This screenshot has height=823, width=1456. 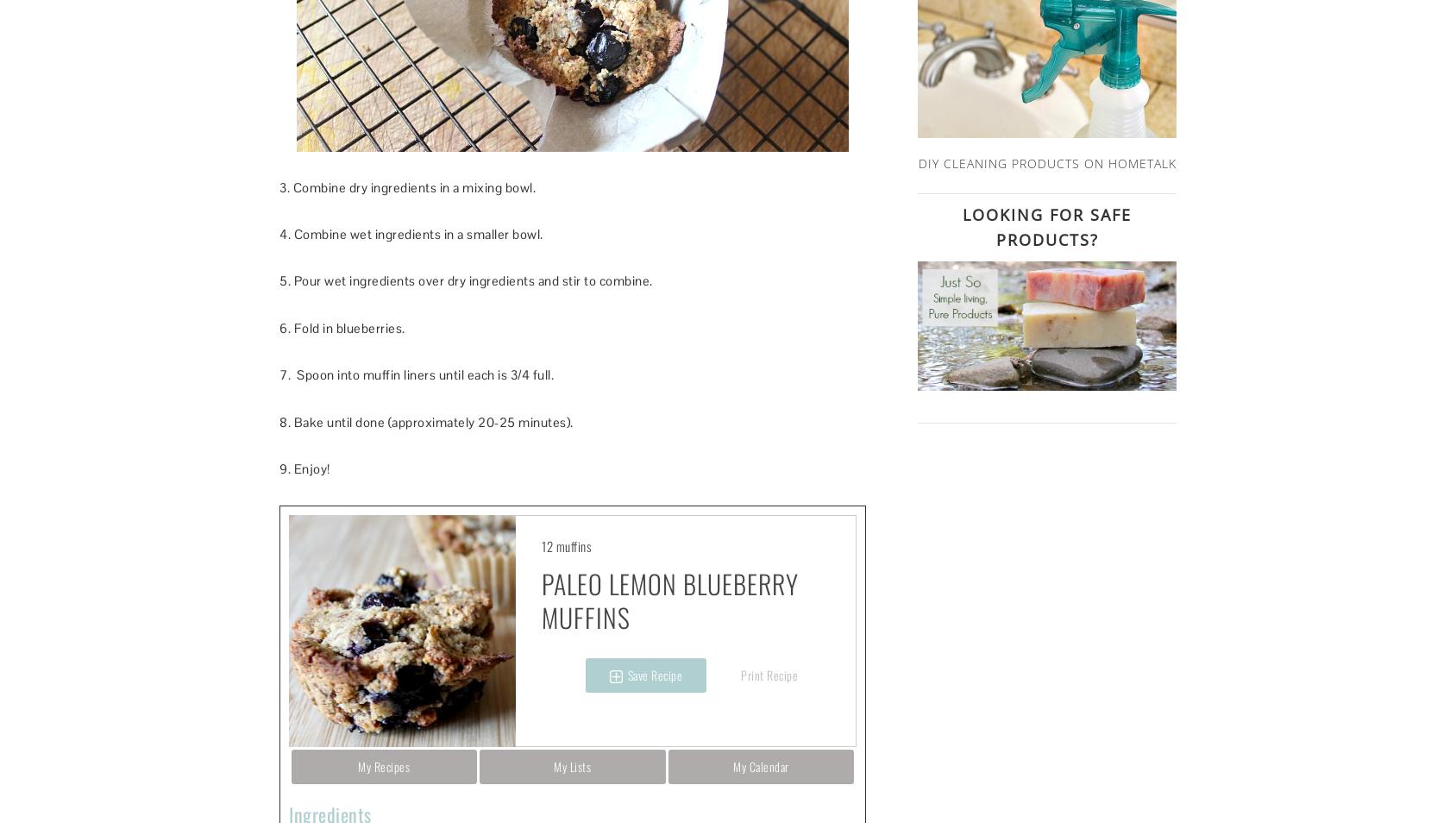 What do you see at coordinates (732, 766) in the screenshot?
I see `'My Calendar'` at bounding box center [732, 766].